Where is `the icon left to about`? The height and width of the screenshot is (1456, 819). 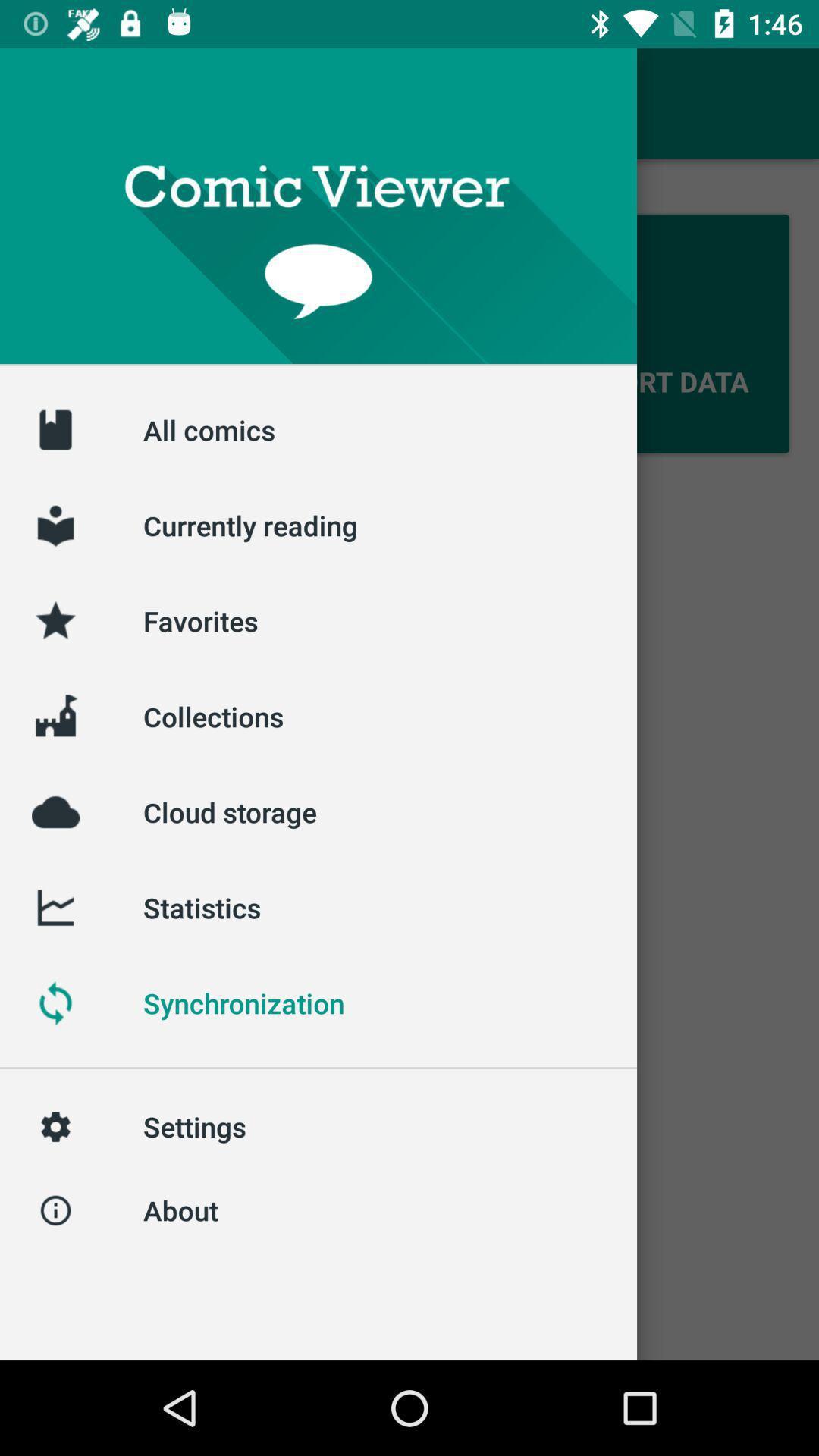
the icon left to about is located at coordinates (55, 1210).